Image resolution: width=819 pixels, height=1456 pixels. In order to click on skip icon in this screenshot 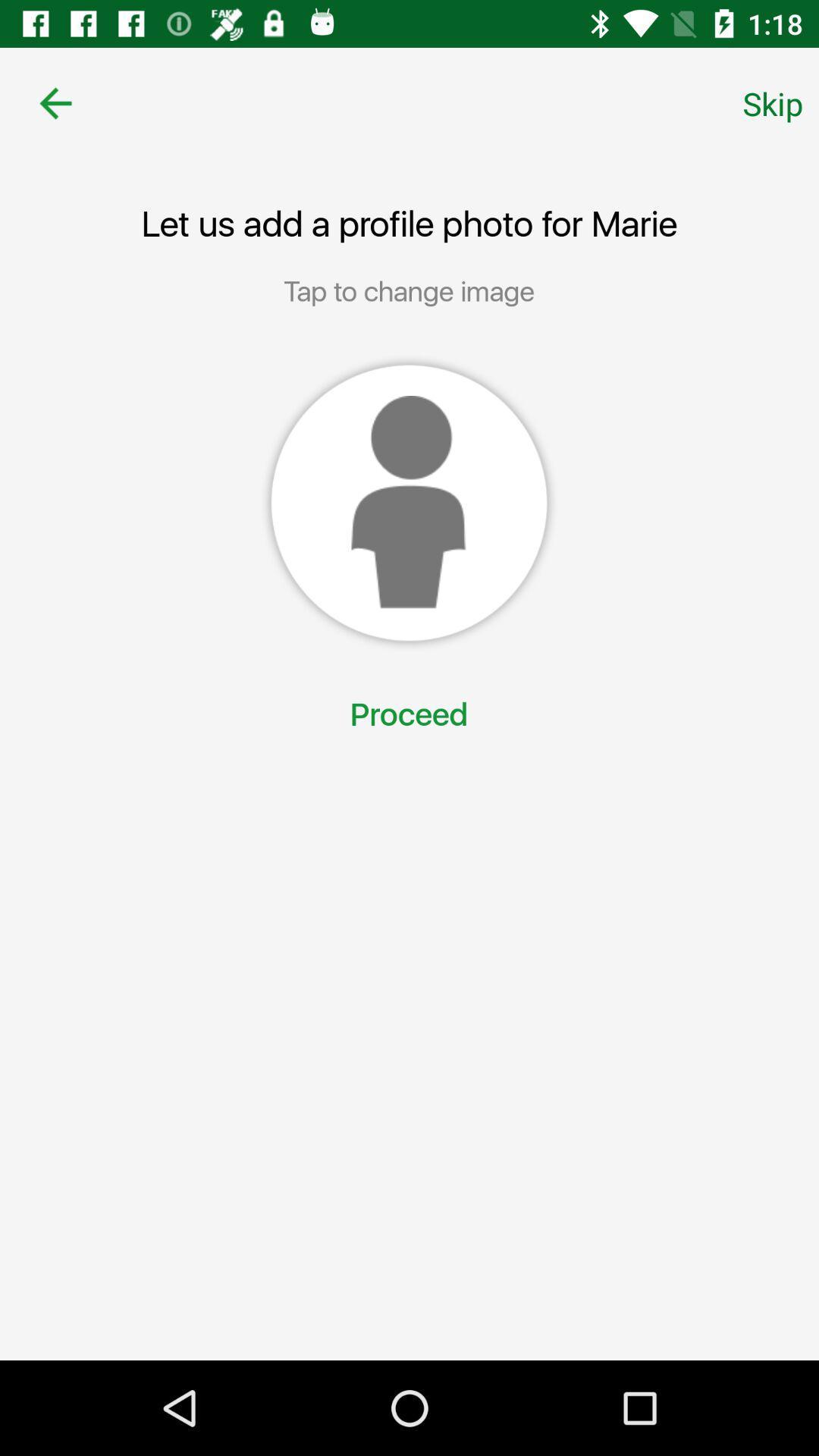, I will do `click(773, 102)`.